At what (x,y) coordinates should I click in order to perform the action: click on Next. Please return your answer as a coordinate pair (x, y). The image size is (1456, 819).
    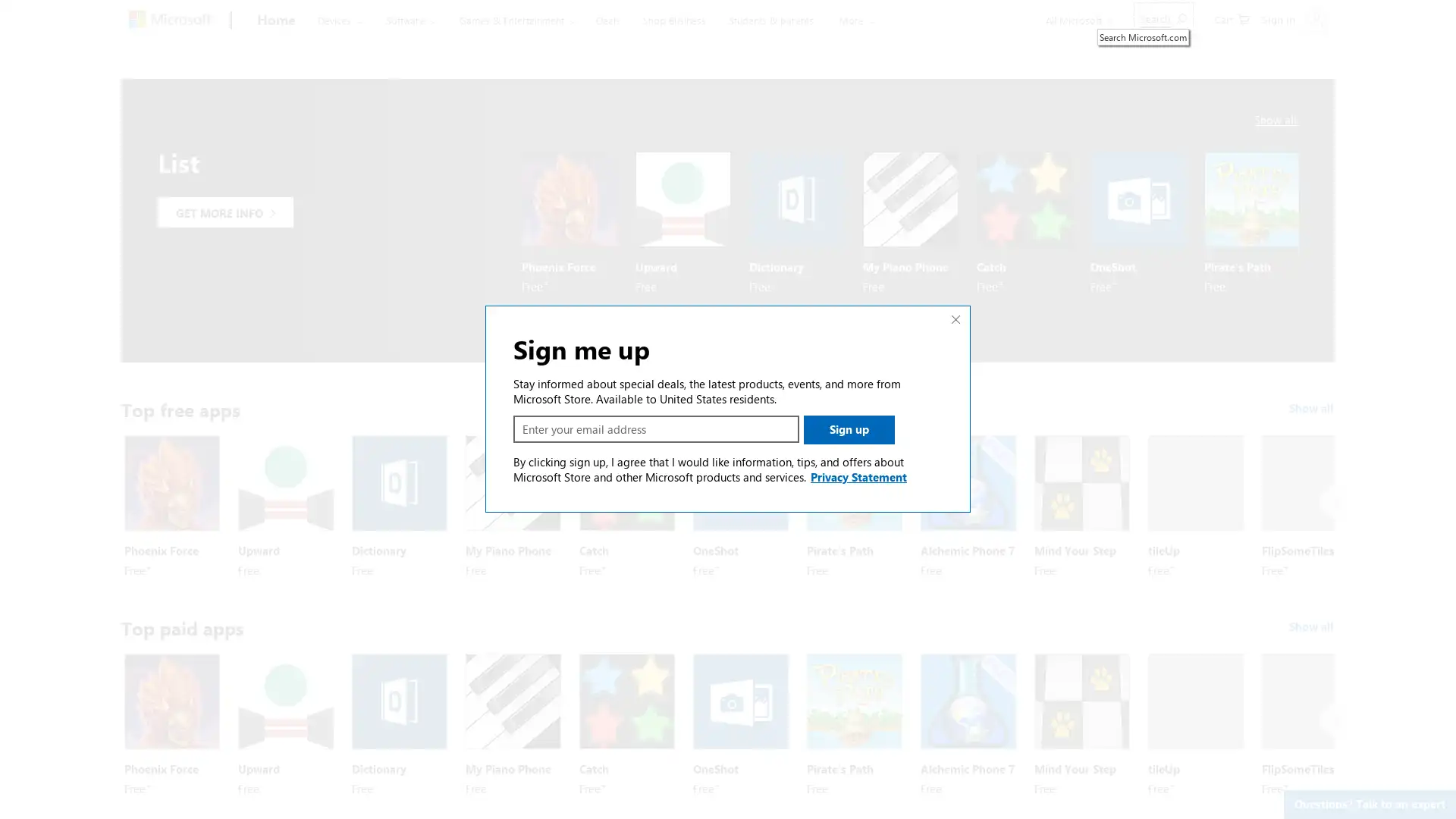
    Looking at the image, I should click on (1335, 502).